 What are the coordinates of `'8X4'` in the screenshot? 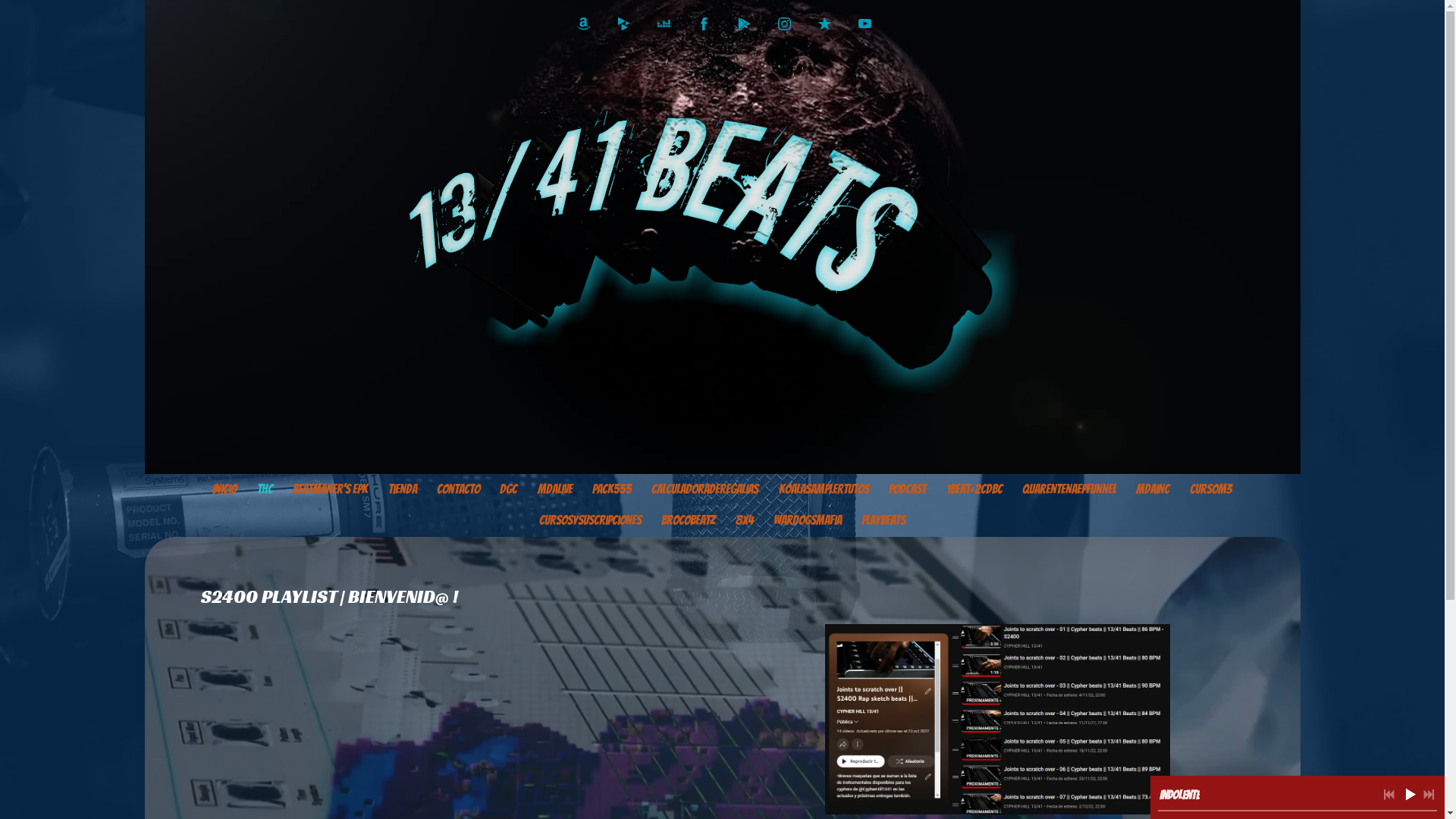 It's located at (743, 519).